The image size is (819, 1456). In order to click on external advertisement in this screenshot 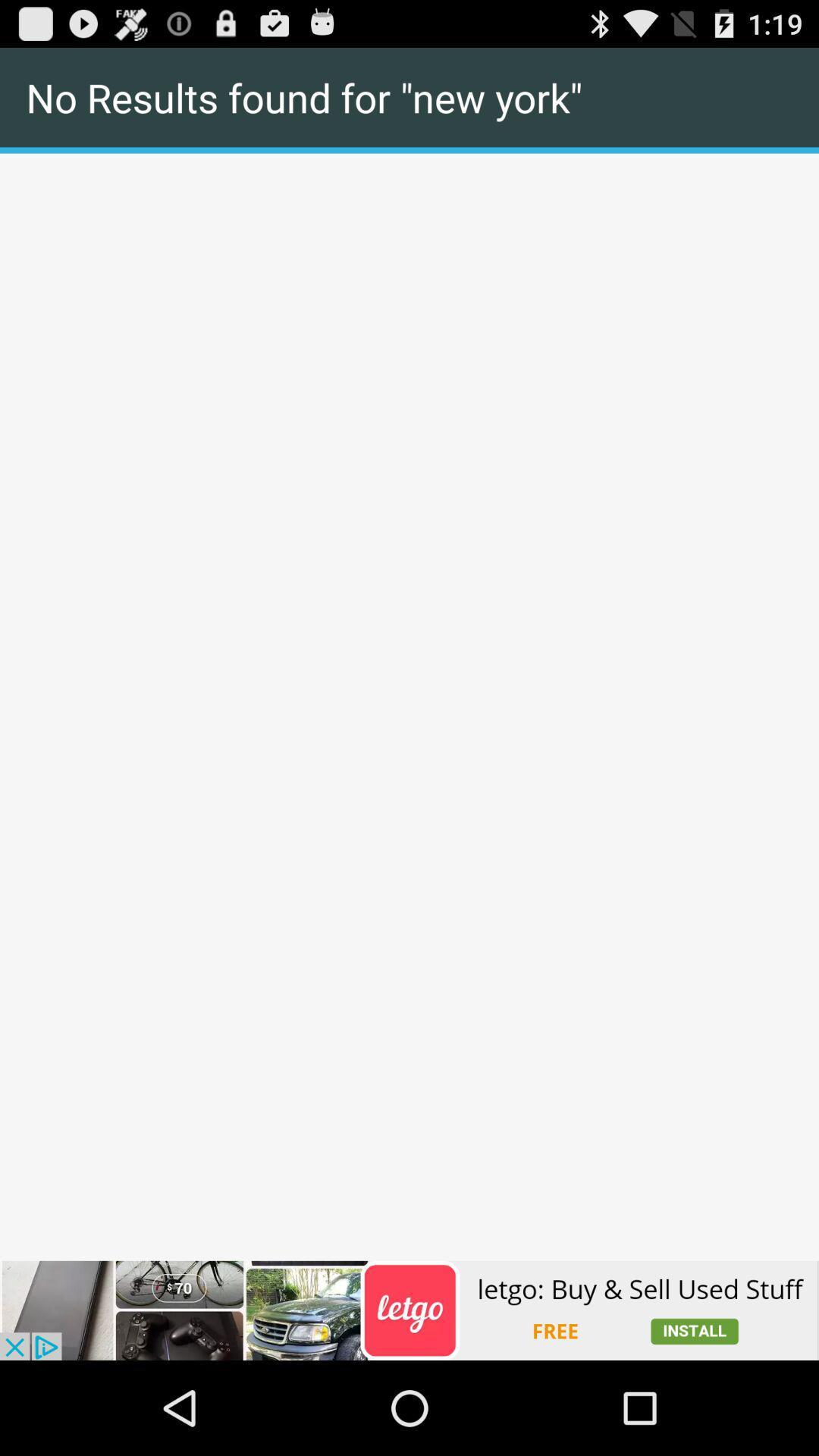, I will do `click(409, 1310)`.